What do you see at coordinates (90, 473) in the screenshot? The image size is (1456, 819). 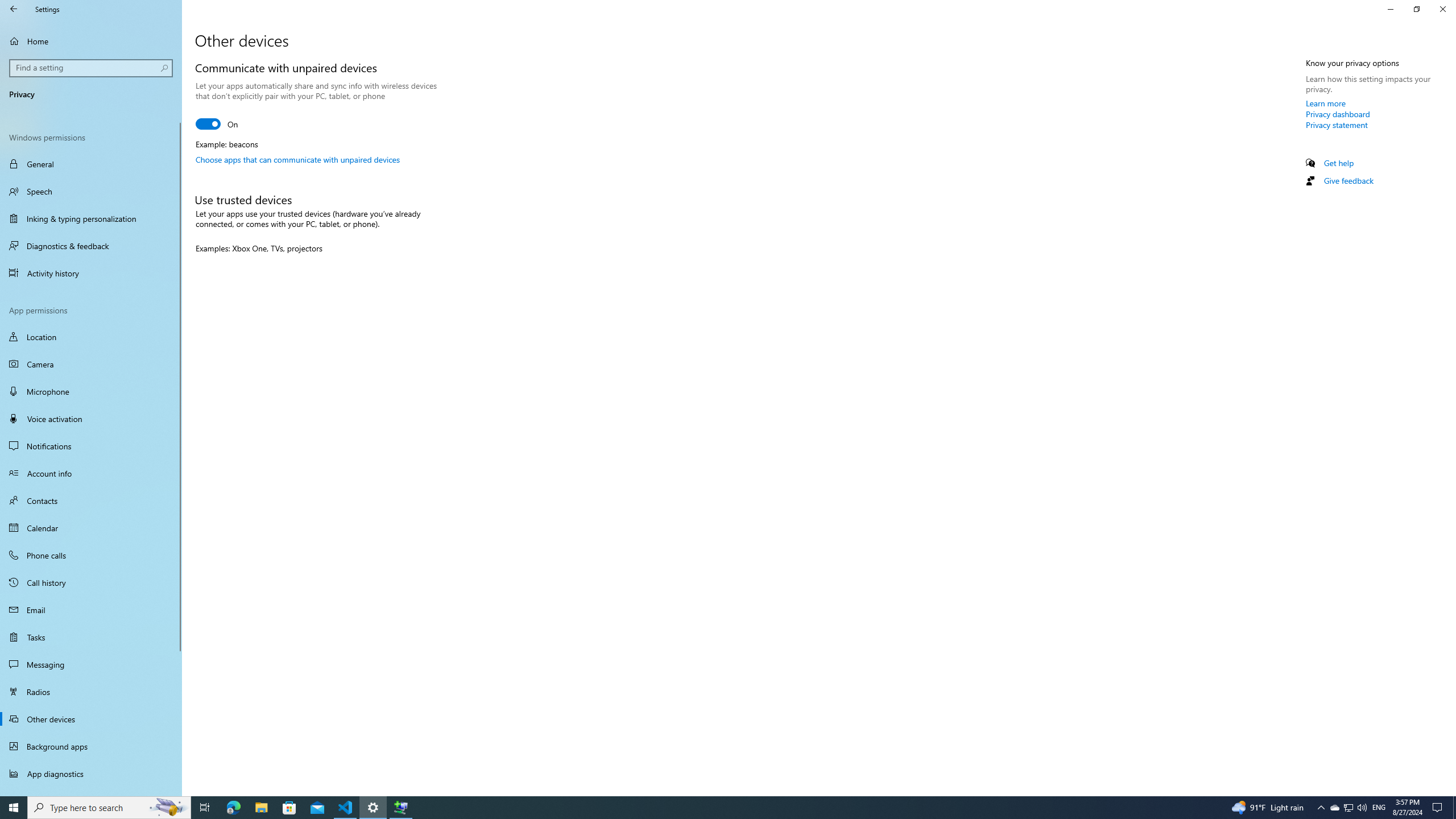 I see `'Account info'` at bounding box center [90, 473].